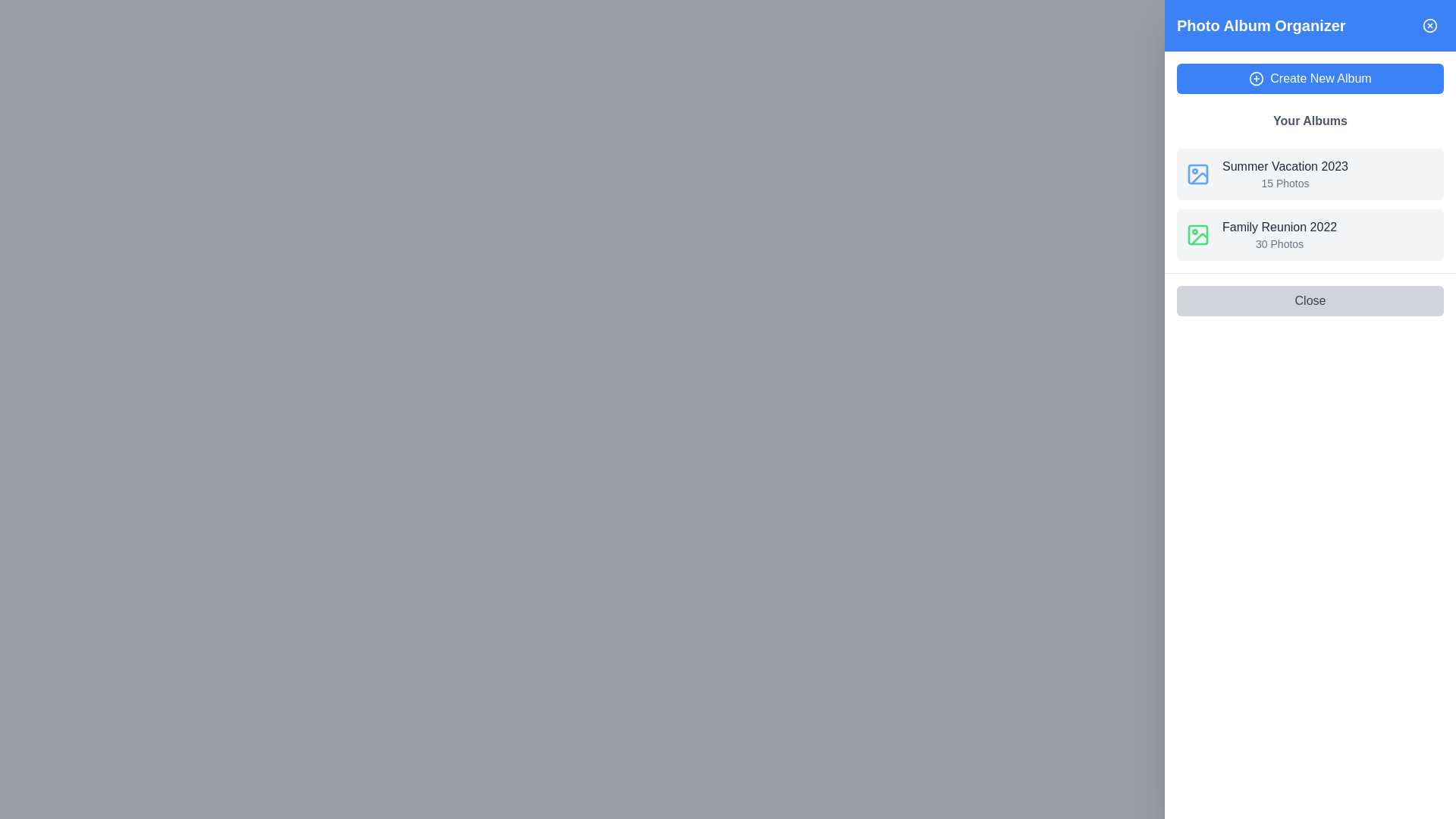 The height and width of the screenshot is (819, 1456). What do you see at coordinates (1279, 227) in the screenshot?
I see `the label that identifies the photo album in the second card under the 'Your Albums' section in the right sidebar of the Photo Album Organizer interface` at bounding box center [1279, 227].